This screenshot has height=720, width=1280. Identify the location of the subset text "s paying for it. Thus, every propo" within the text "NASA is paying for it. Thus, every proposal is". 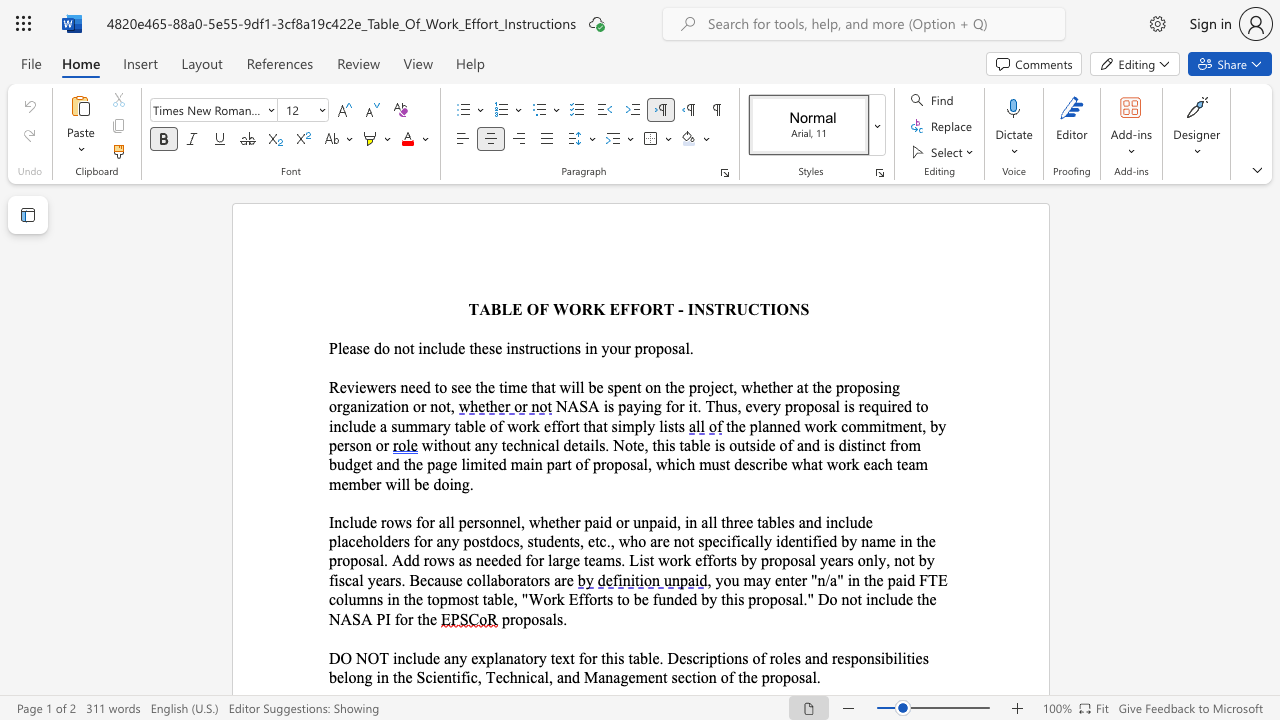
(607, 405).